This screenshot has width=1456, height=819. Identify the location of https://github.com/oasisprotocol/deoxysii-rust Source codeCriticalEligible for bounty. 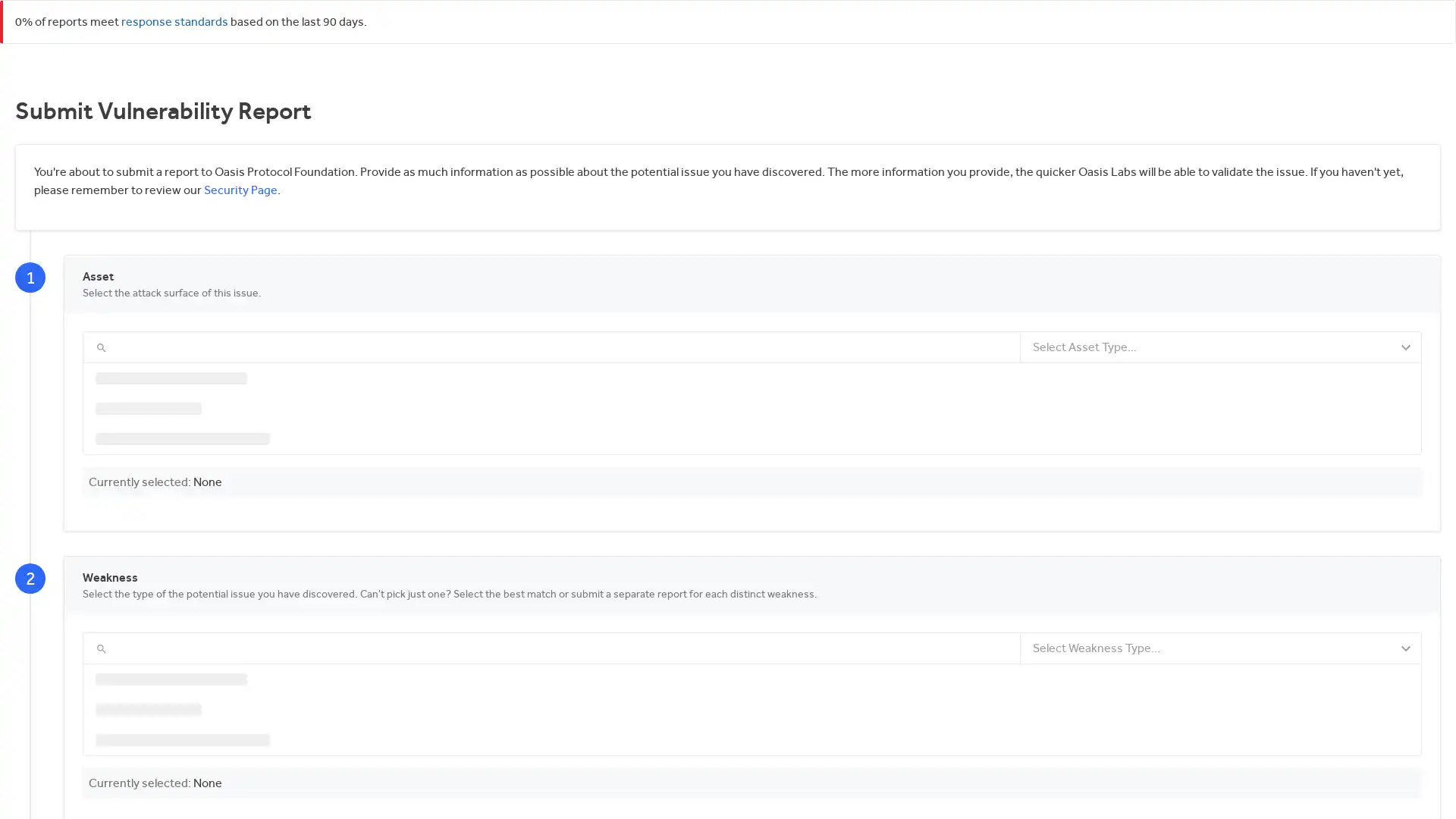
(752, 468).